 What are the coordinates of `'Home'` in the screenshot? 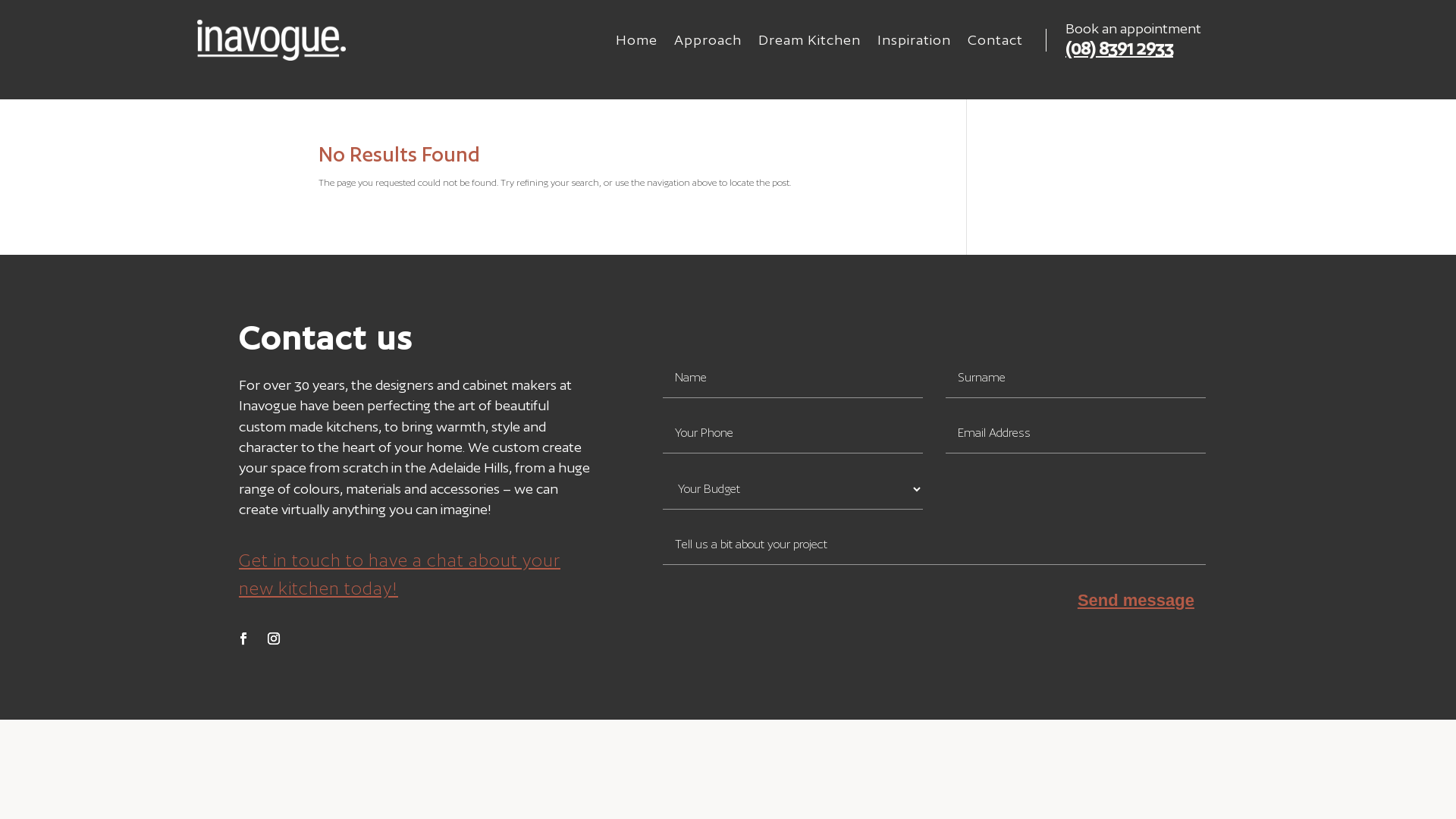 It's located at (636, 42).